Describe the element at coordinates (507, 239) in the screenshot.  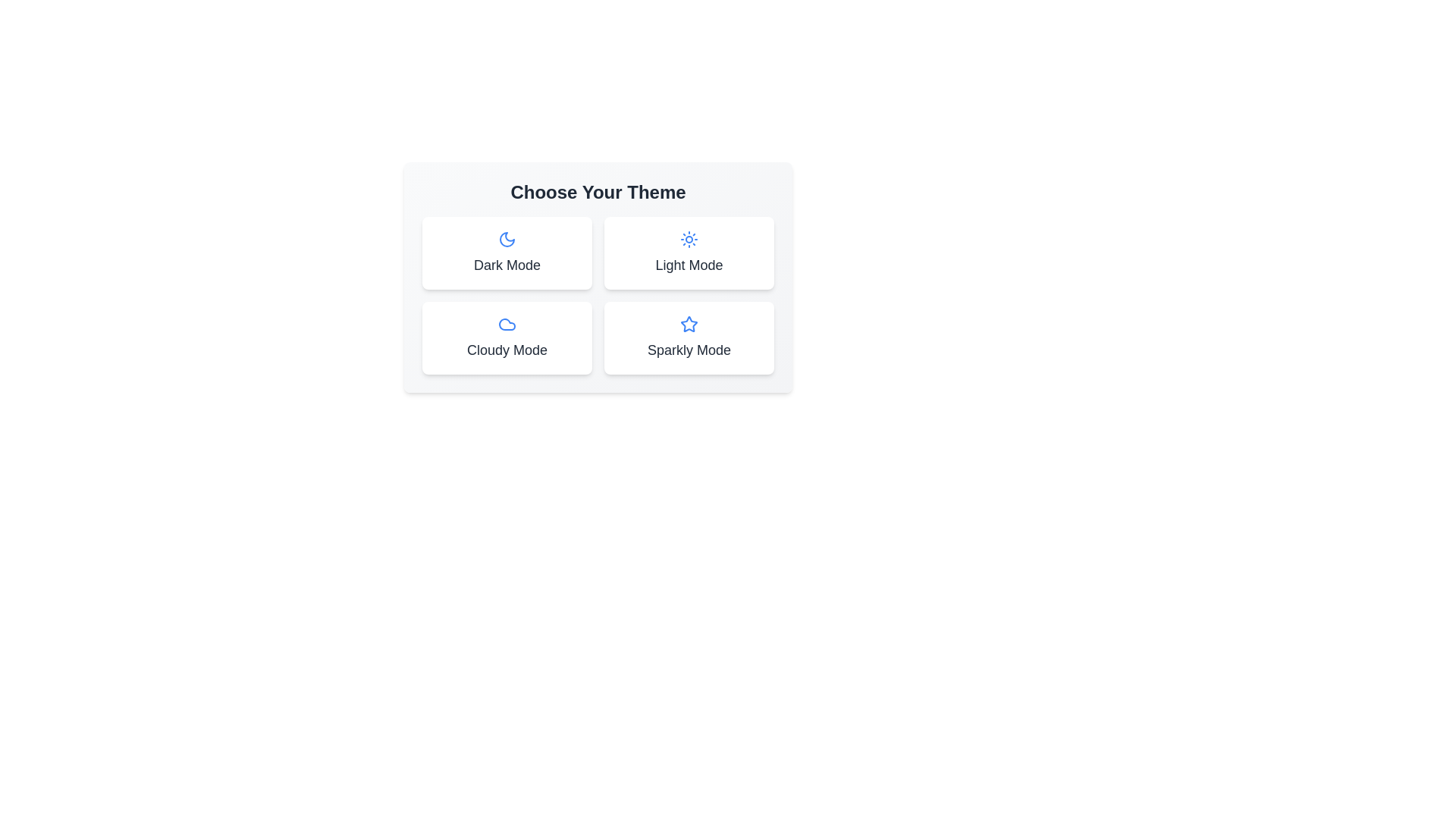
I see `the crescent-shaped moon icon with a blue outline` at that location.